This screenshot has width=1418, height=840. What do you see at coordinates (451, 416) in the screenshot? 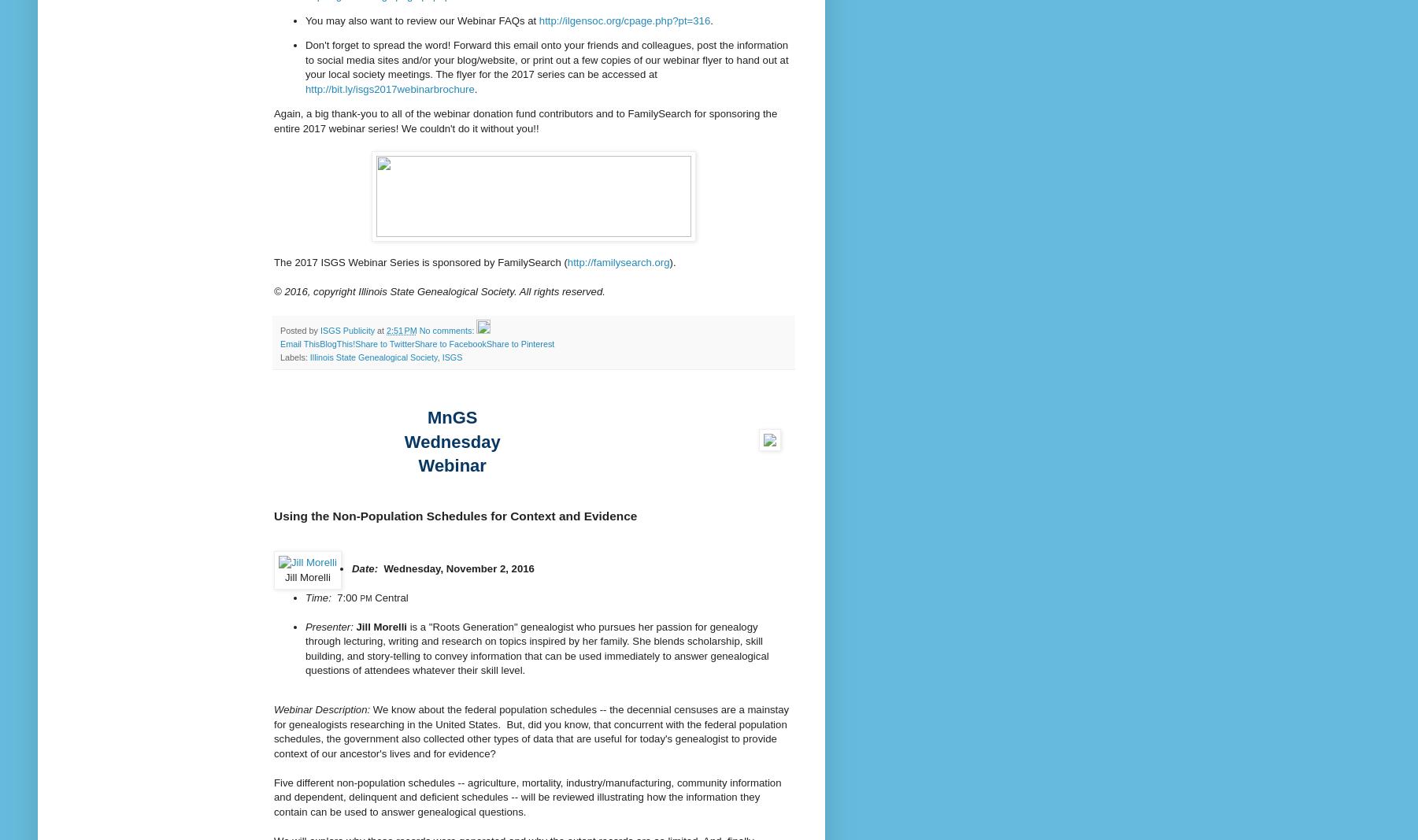
I see `'MnGS'` at bounding box center [451, 416].